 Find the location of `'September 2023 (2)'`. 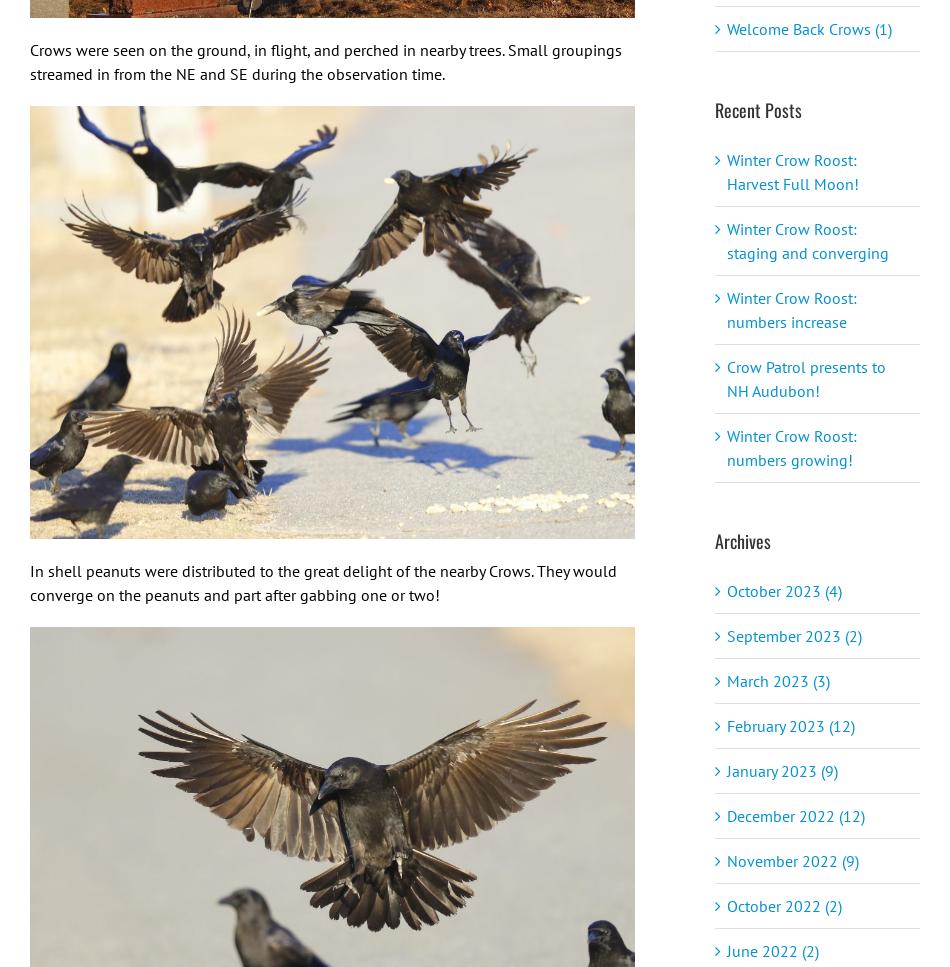

'September 2023 (2)' is located at coordinates (793, 634).